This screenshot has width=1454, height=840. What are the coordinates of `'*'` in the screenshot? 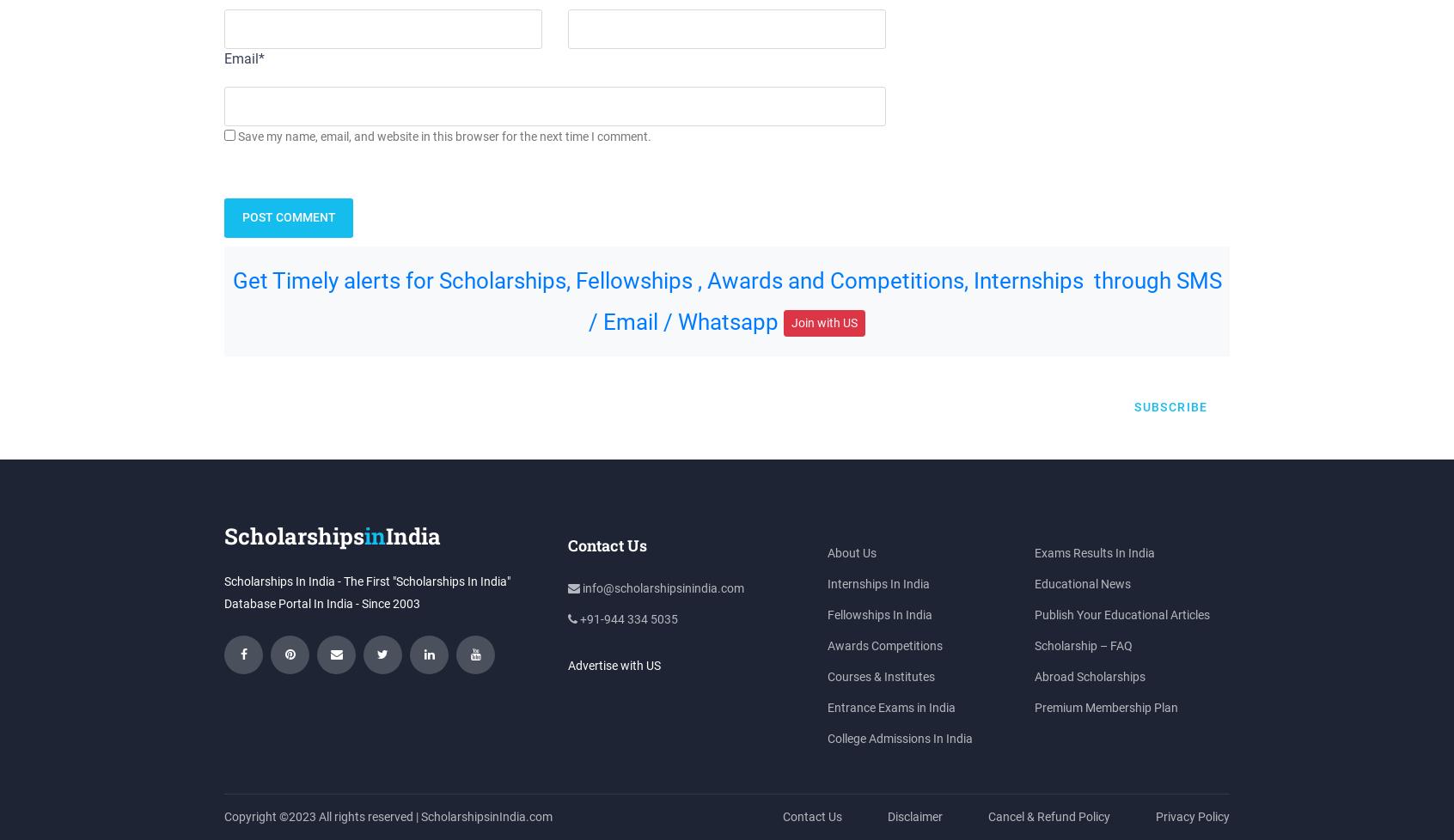 It's located at (260, 58).